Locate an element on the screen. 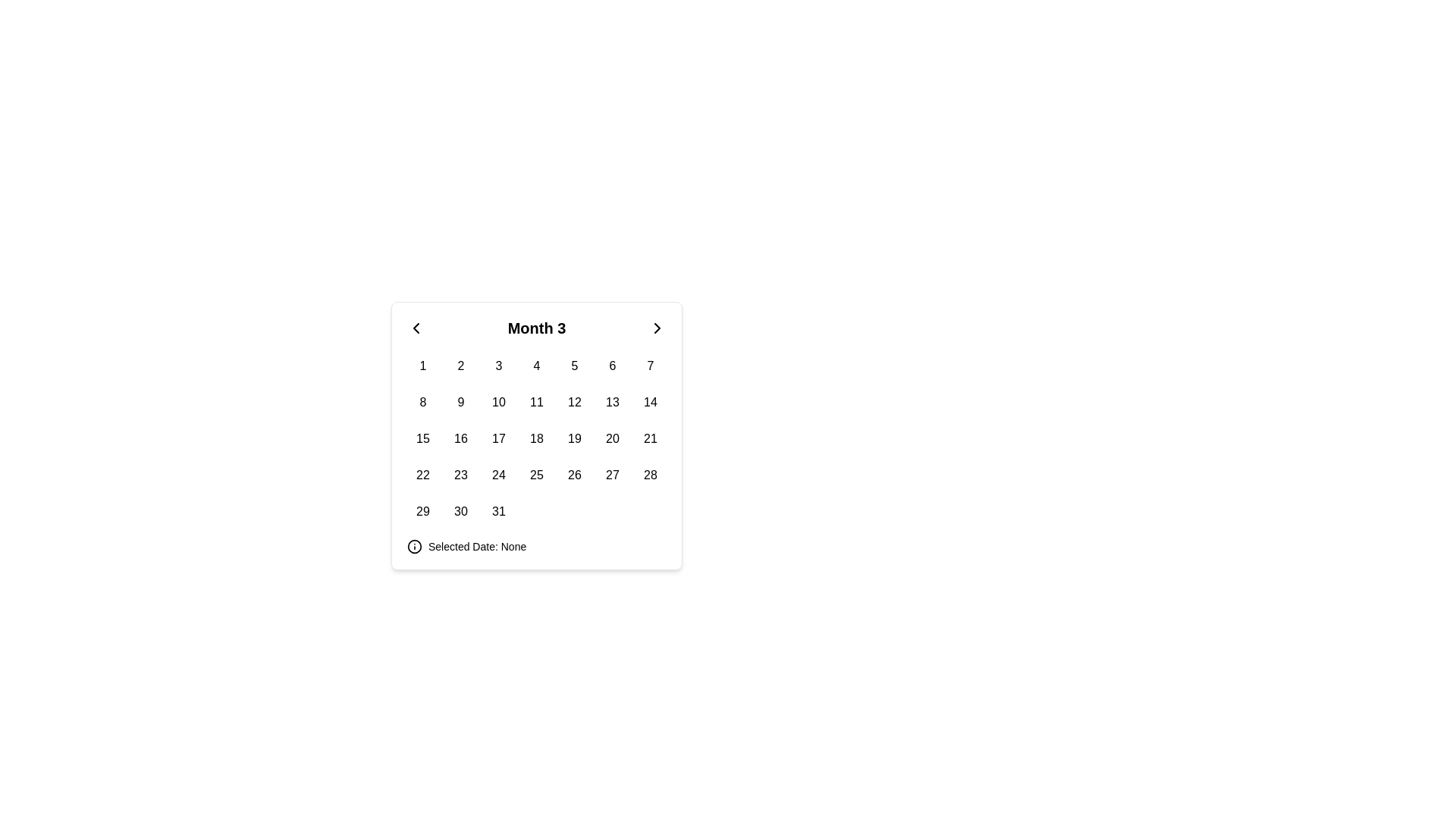 The height and width of the screenshot is (819, 1456). the text representing the date '20' in the calendar interface is located at coordinates (612, 438).